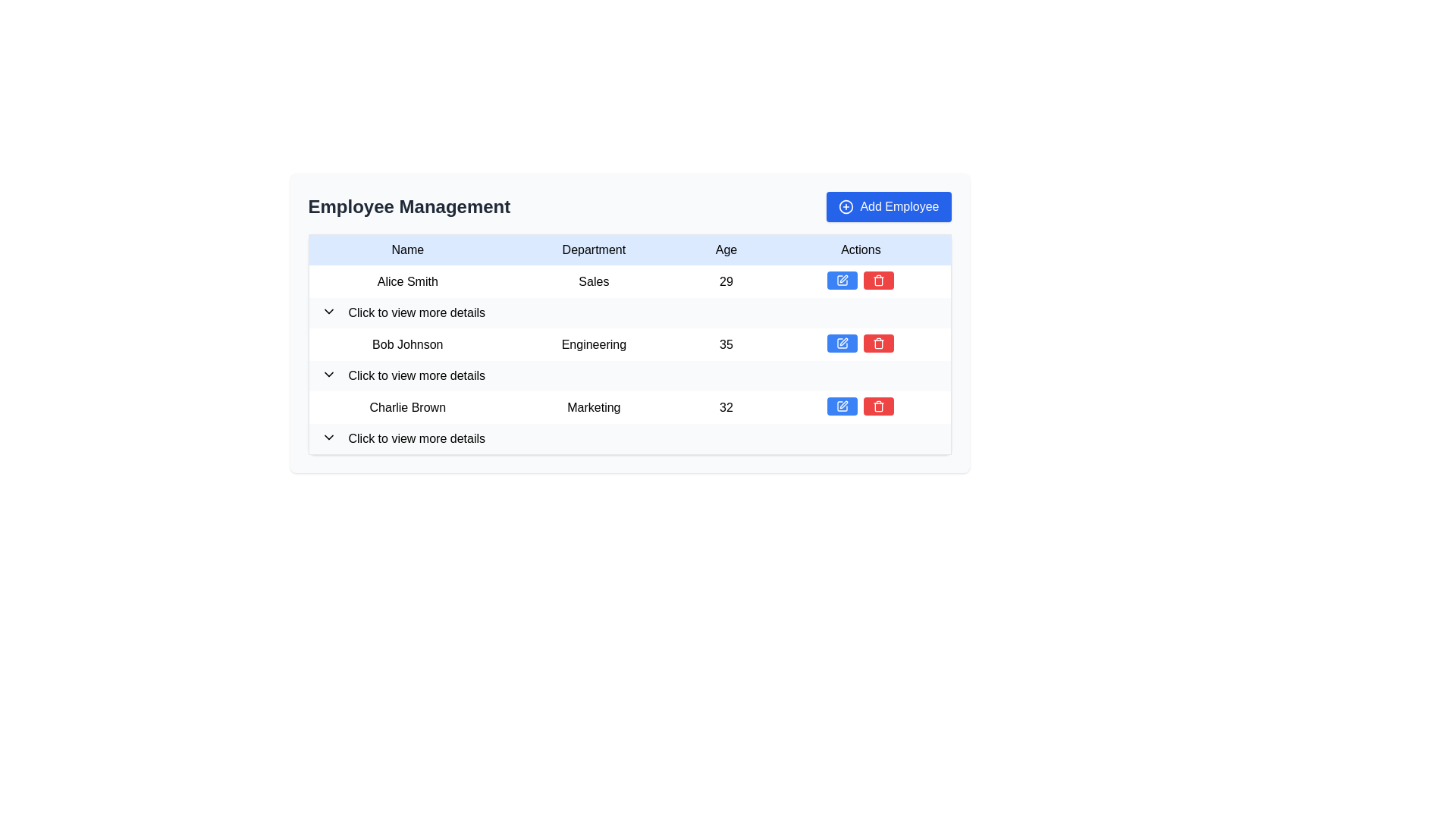 Image resolution: width=1456 pixels, height=819 pixels. Describe the element at coordinates (726, 344) in the screenshot. I see `the text block displaying the age attribute for 'Bob Johnson' in the Engineering department, located in the third column of the data record table` at that location.